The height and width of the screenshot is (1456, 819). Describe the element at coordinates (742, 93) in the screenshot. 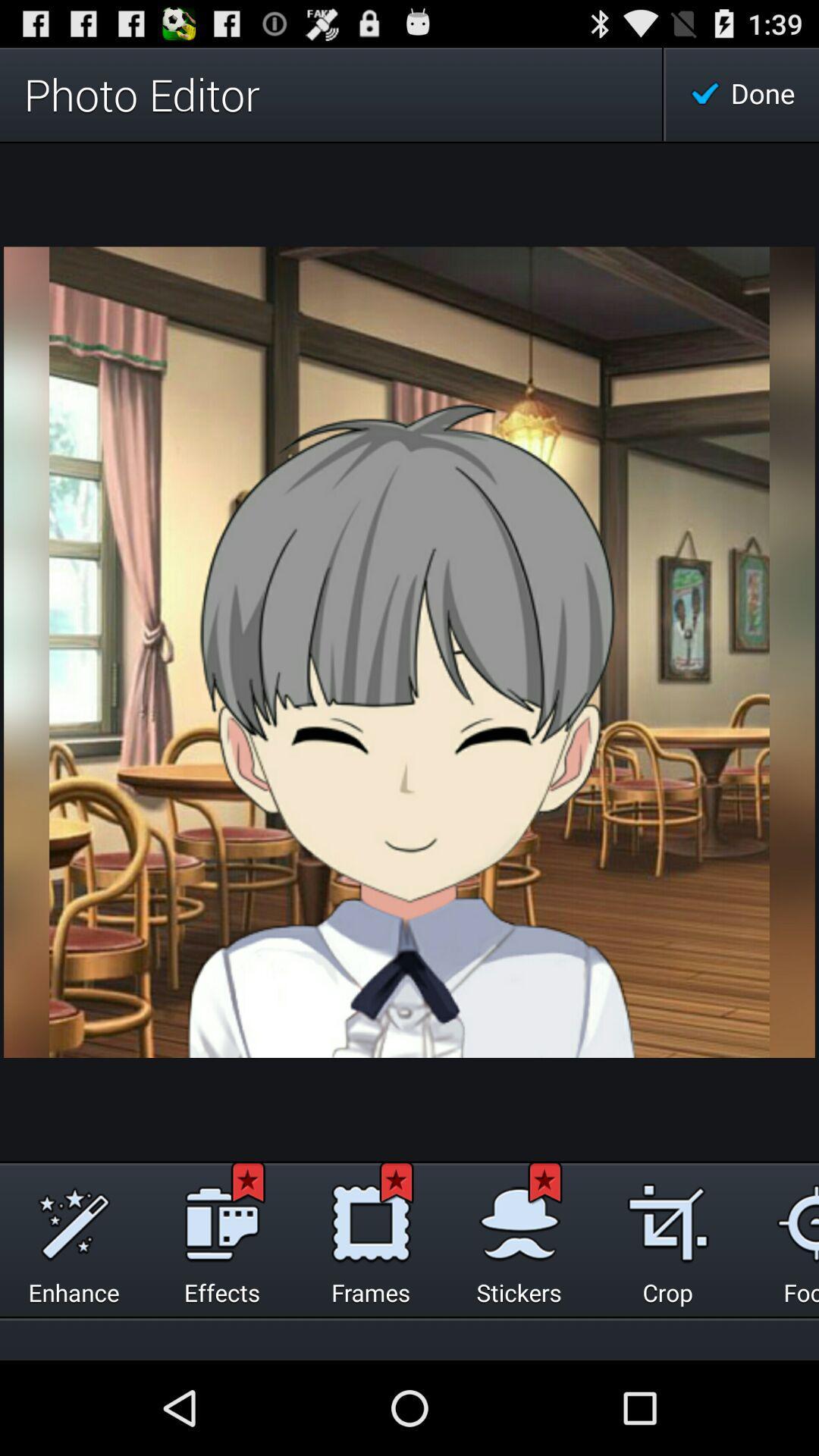

I see `text next to photo editor` at that location.